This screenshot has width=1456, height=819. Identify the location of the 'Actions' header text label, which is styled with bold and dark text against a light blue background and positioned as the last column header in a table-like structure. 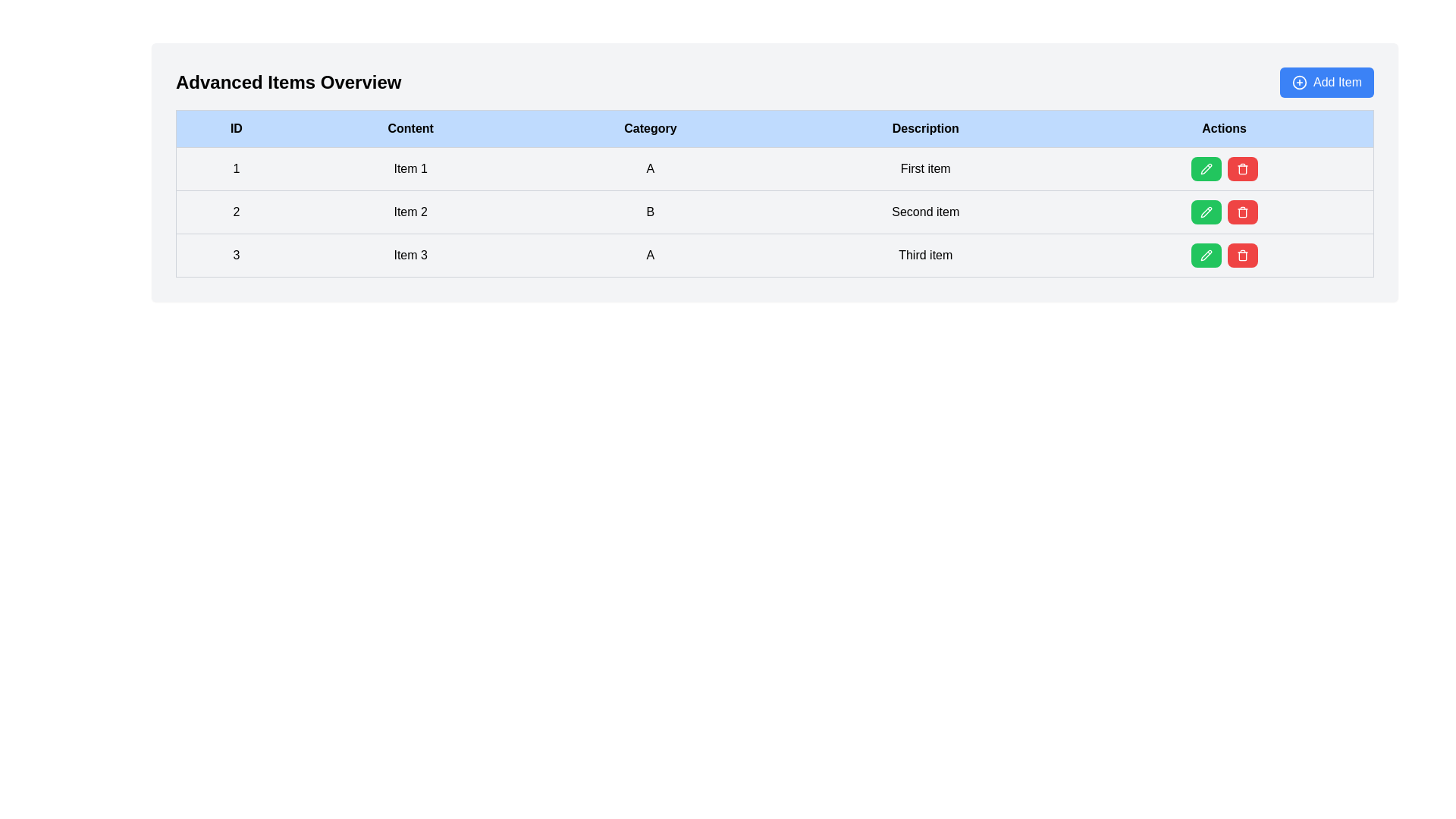
(1224, 127).